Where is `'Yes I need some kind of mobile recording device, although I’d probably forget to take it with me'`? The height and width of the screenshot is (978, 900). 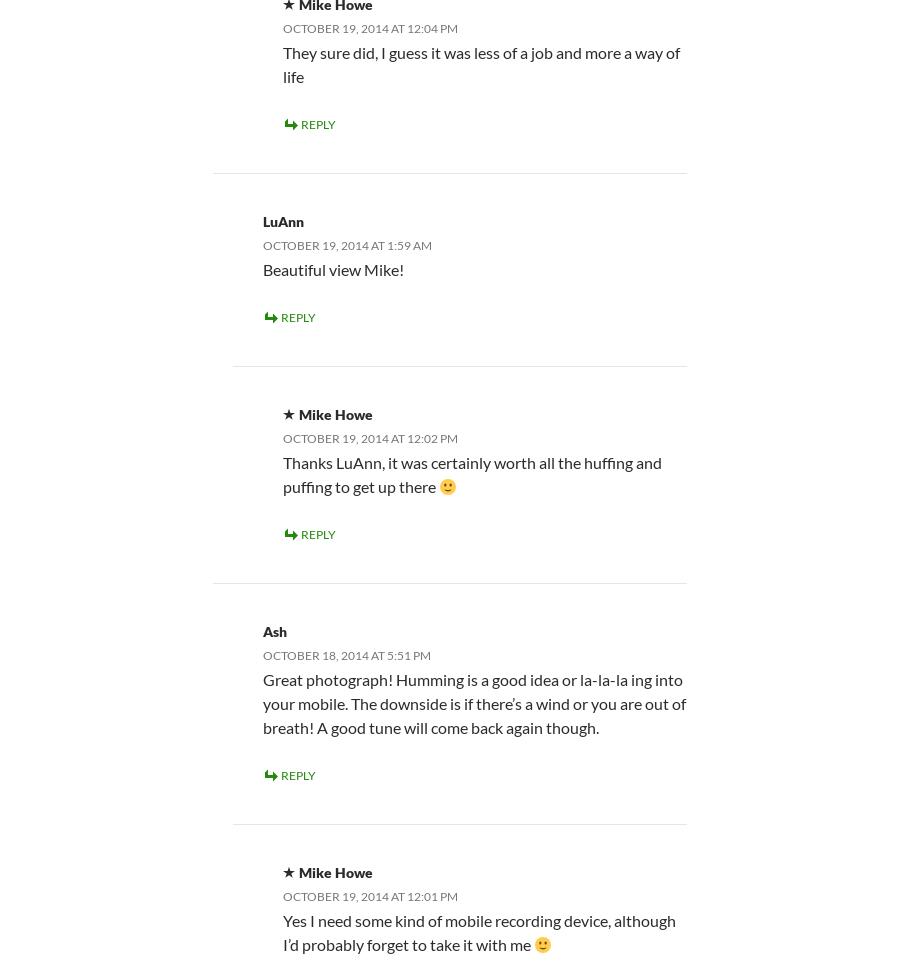
'Yes I need some kind of mobile recording device, although I’d probably forget to take it with me' is located at coordinates (281, 930).